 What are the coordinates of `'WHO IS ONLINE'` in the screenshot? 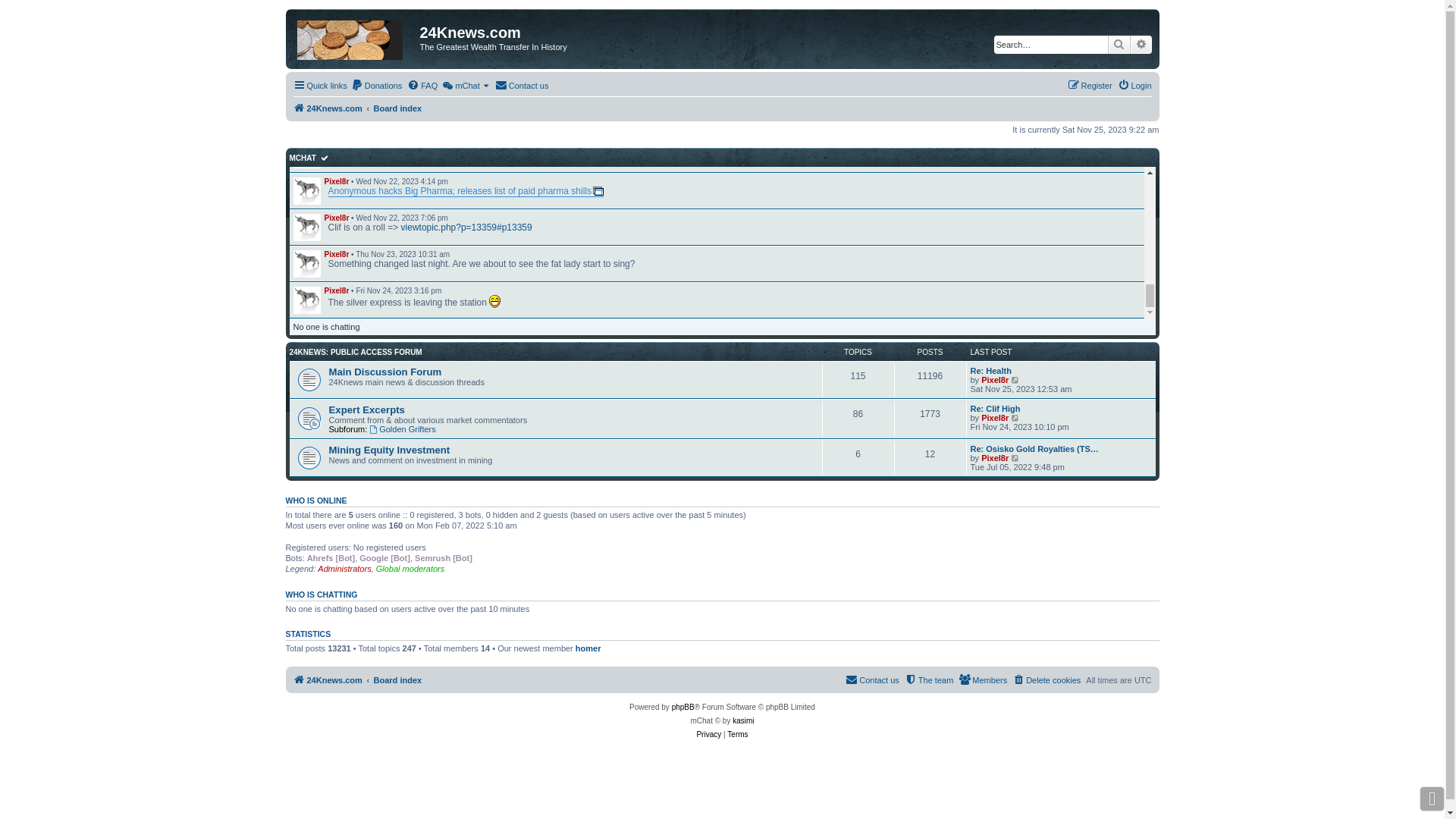 It's located at (284, 500).